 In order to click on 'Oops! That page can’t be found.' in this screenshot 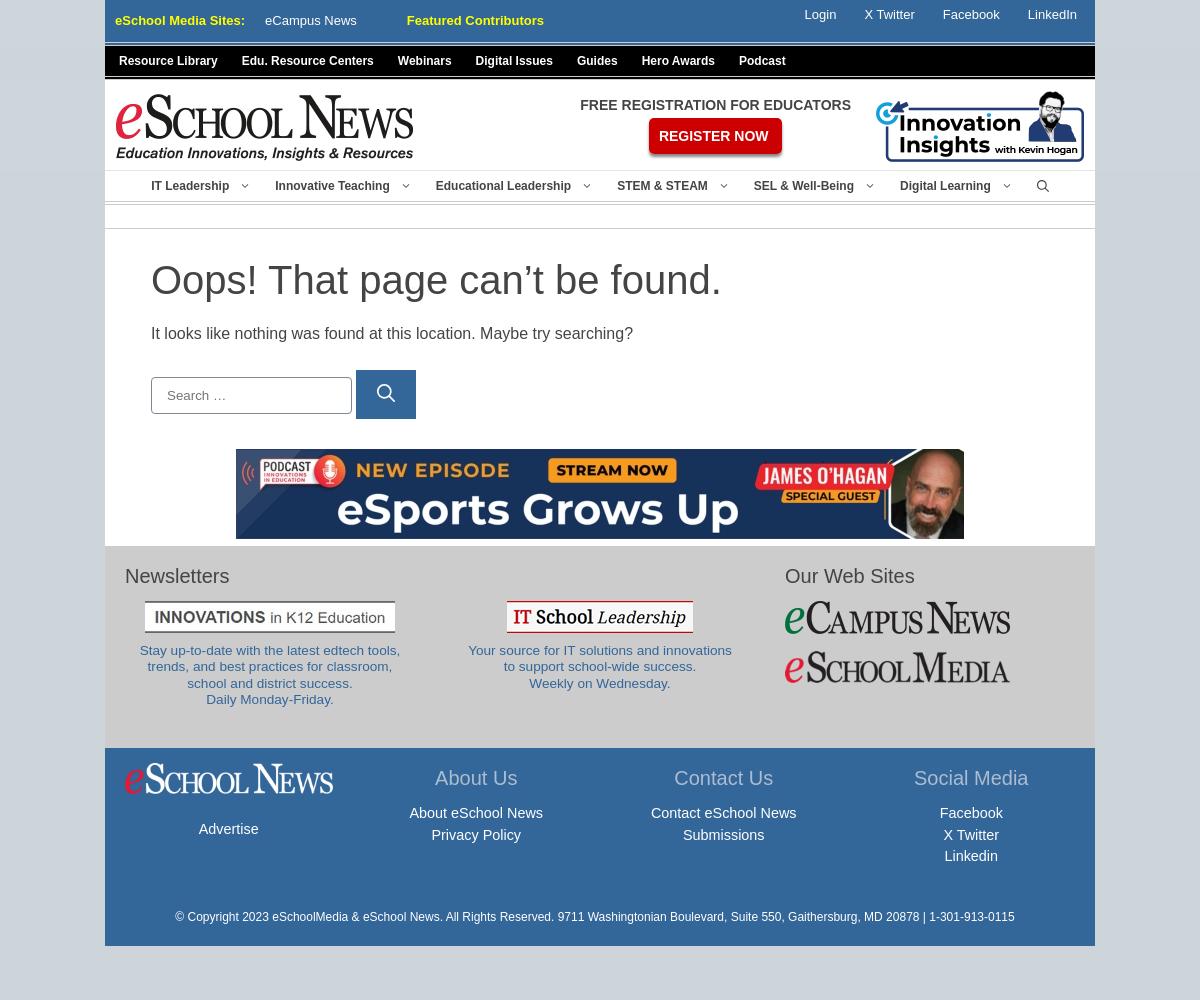, I will do `click(435, 280)`.